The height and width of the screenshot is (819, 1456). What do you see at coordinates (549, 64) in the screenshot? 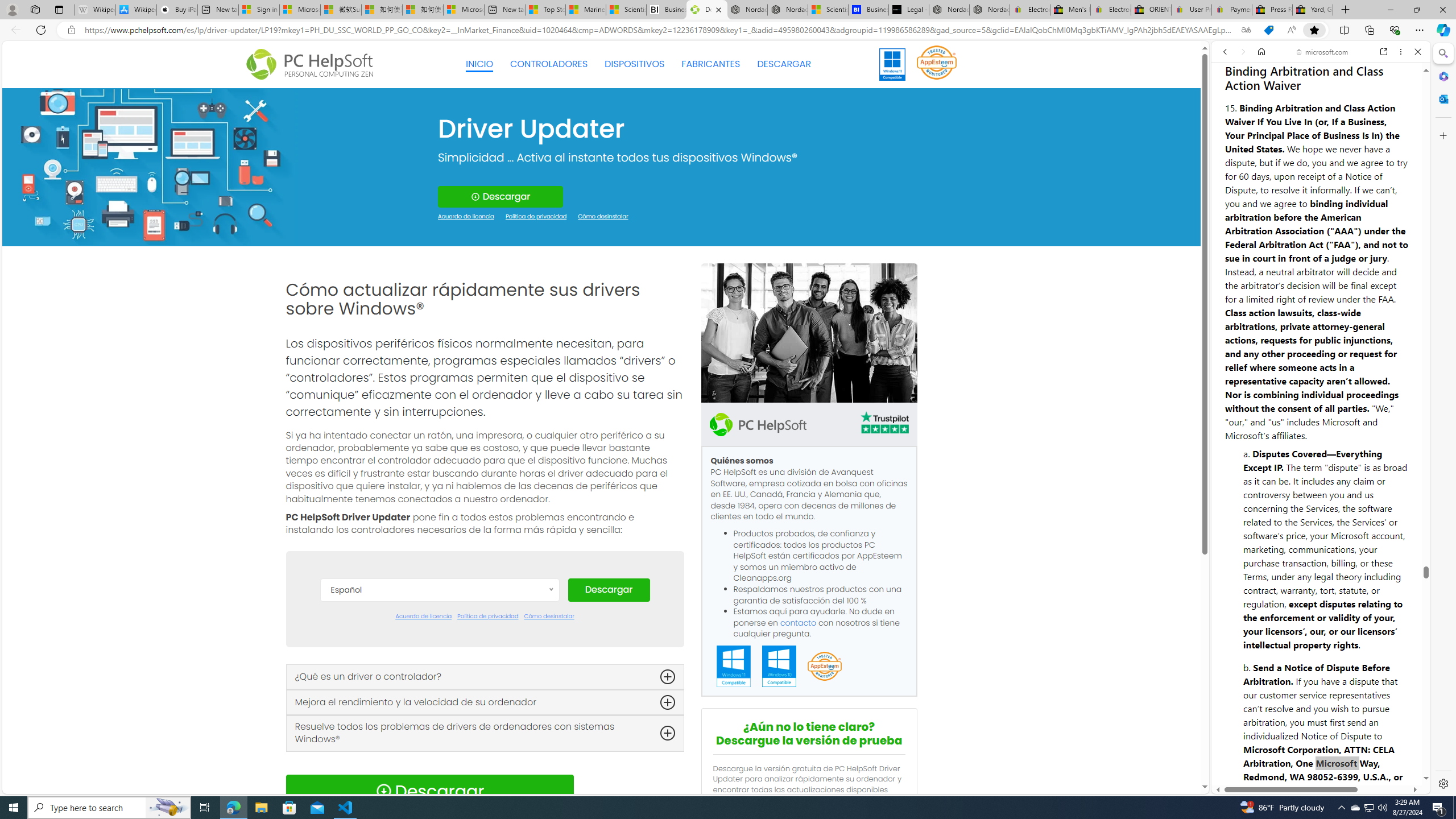
I see `'CONTROLADORES'` at bounding box center [549, 64].